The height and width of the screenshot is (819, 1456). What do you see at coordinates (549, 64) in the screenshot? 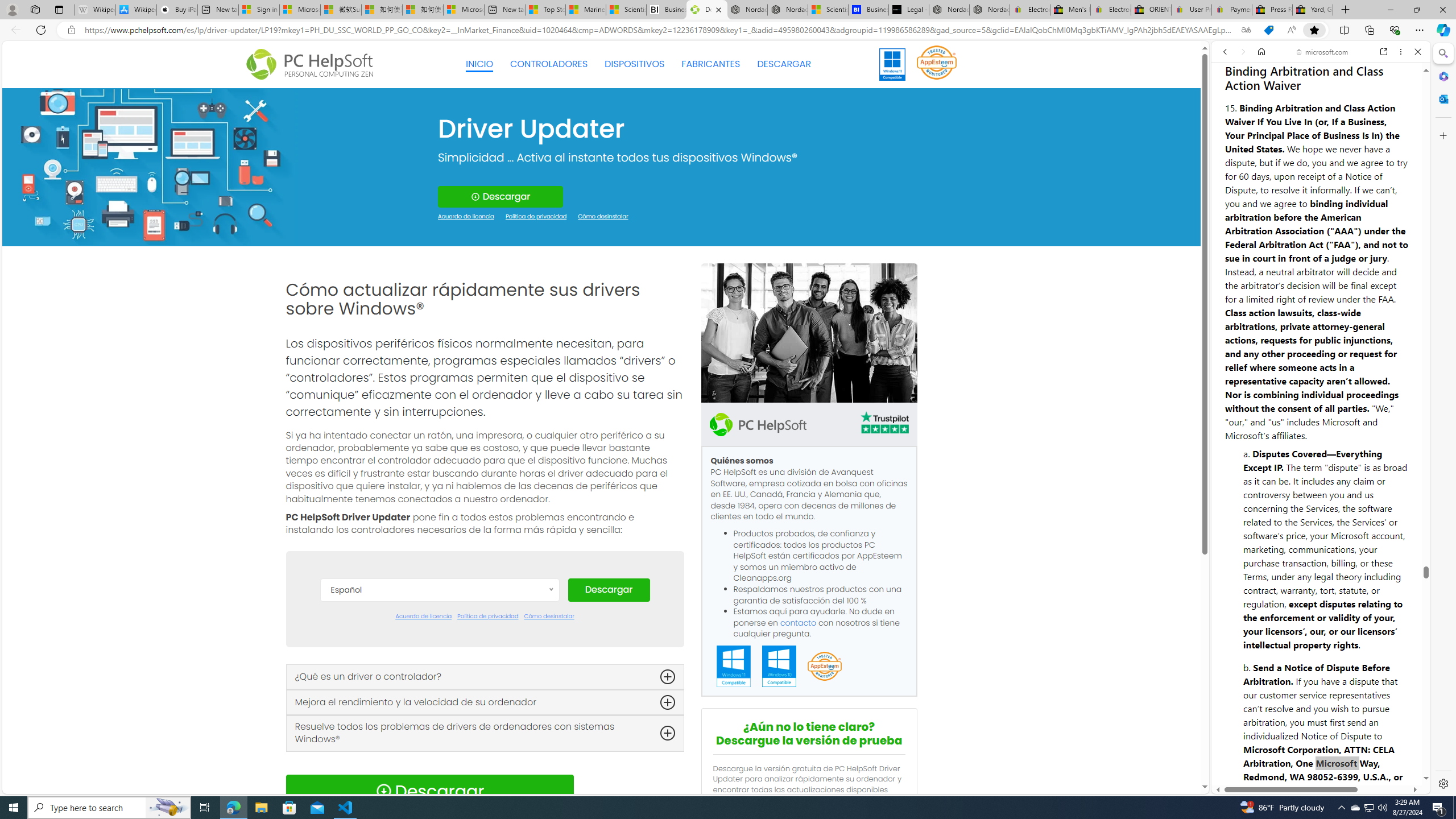
I see `'CONTROLADORES'` at bounding box center [549, 64].